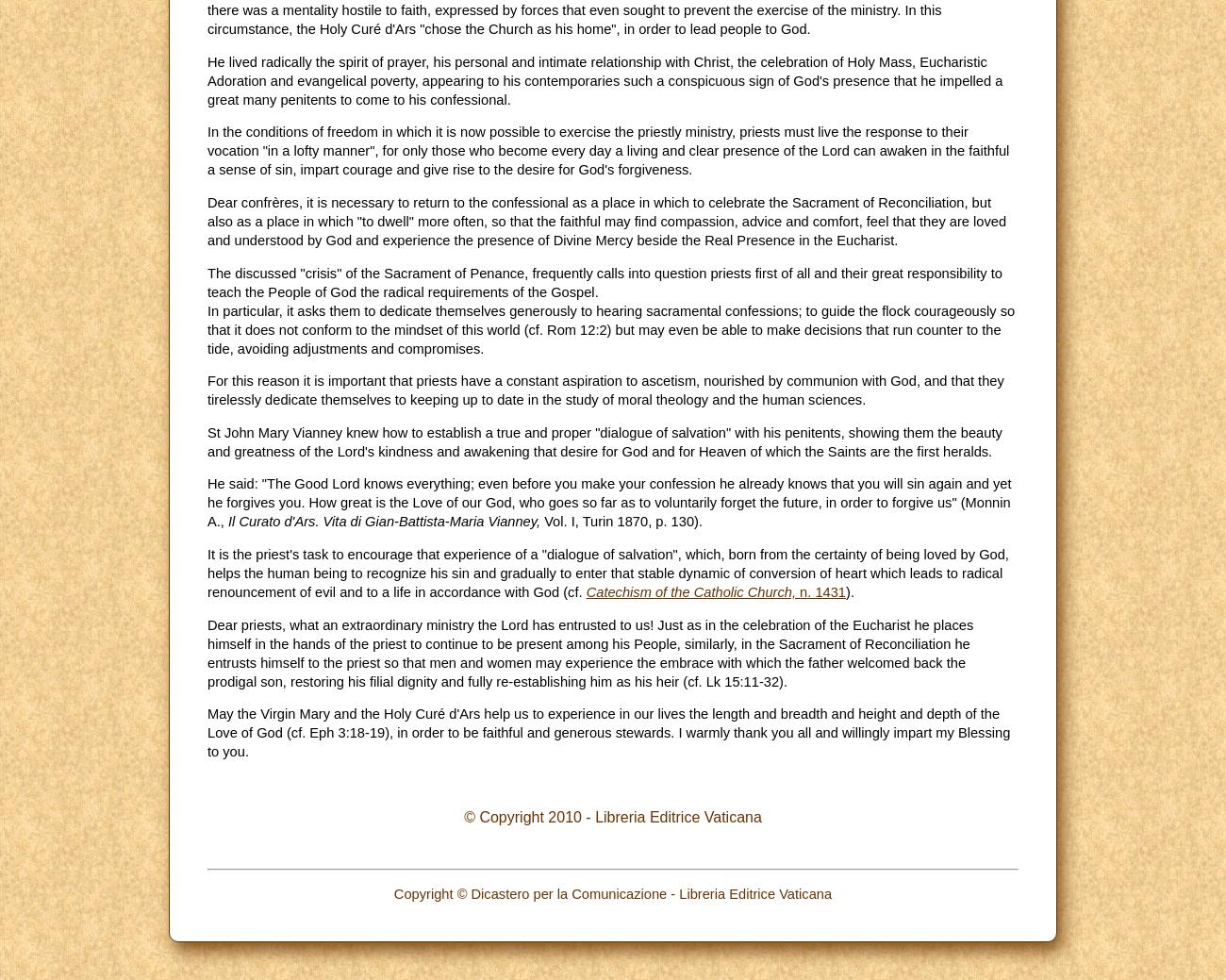 The image size is (1226, 980). What do you see at coordinates (608, 503) in the screenshot?
I see `'He said: "The Good Lord knows everything; even before you make your confession he already knows that you will sin again and yet he forgives you. How great is the Love of our God, who goes so far as to voluntarily forget the future, in order to forgive us" (Monnin A.,'` at bounding box center [608, 503].